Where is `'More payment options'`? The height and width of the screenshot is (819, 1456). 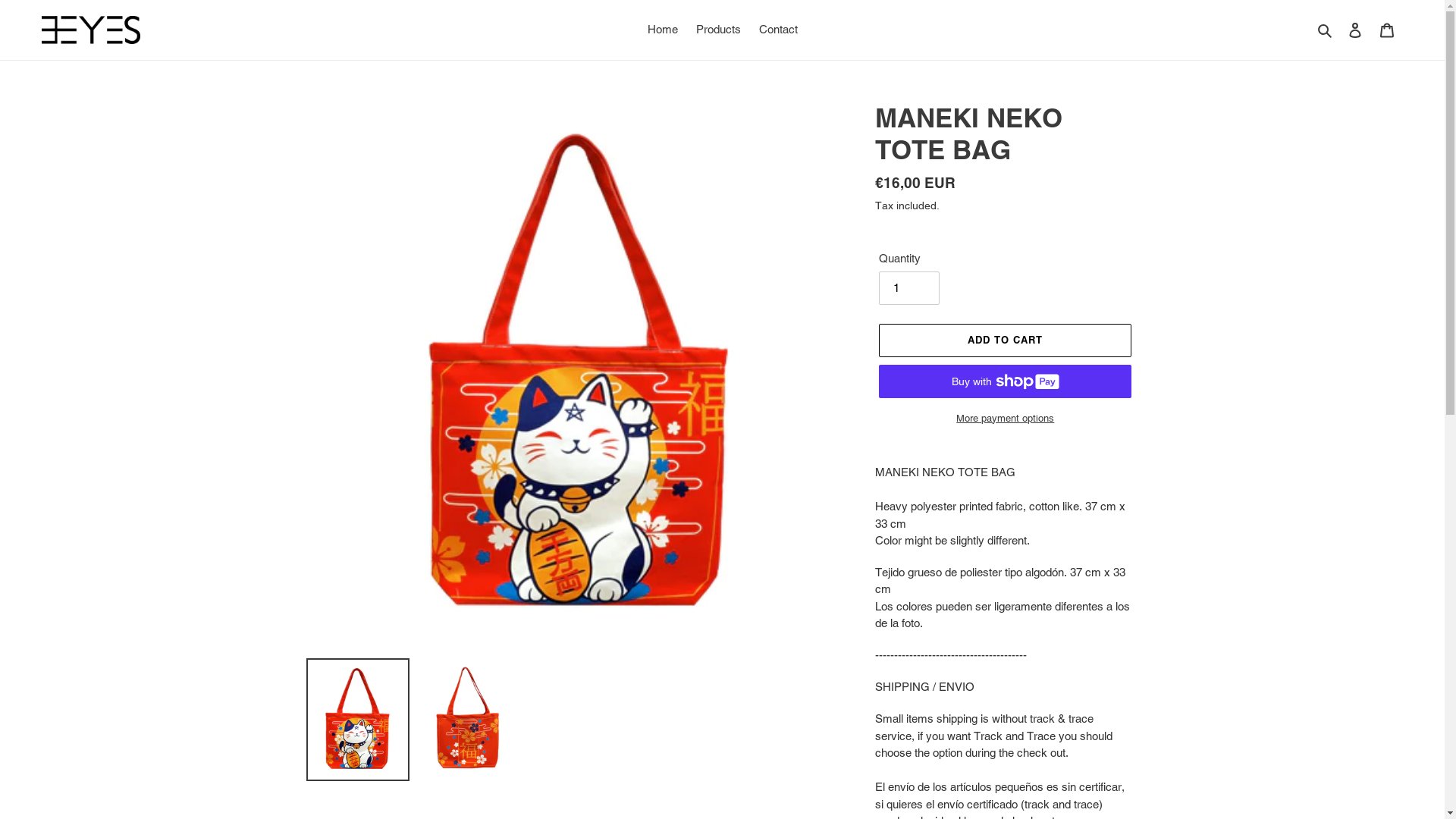
'More payment options' is located at coordinates (1005, 418).